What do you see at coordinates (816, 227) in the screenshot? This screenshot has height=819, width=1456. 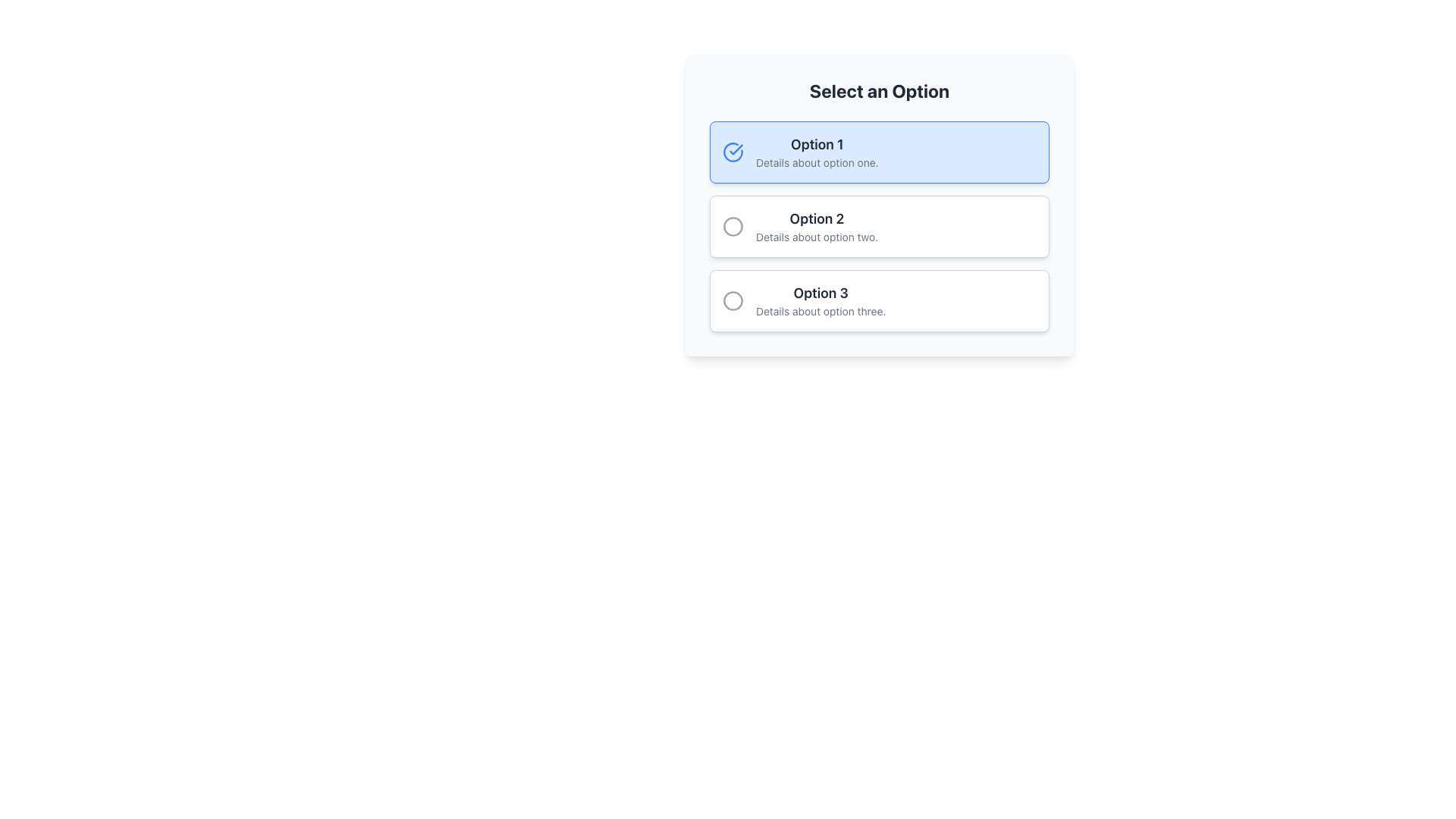 I see `text displayed in the second row text block, which shows 'Option 2' in bold and 'Details about option two.' in a smaller font` at bounding box center [816, 227].